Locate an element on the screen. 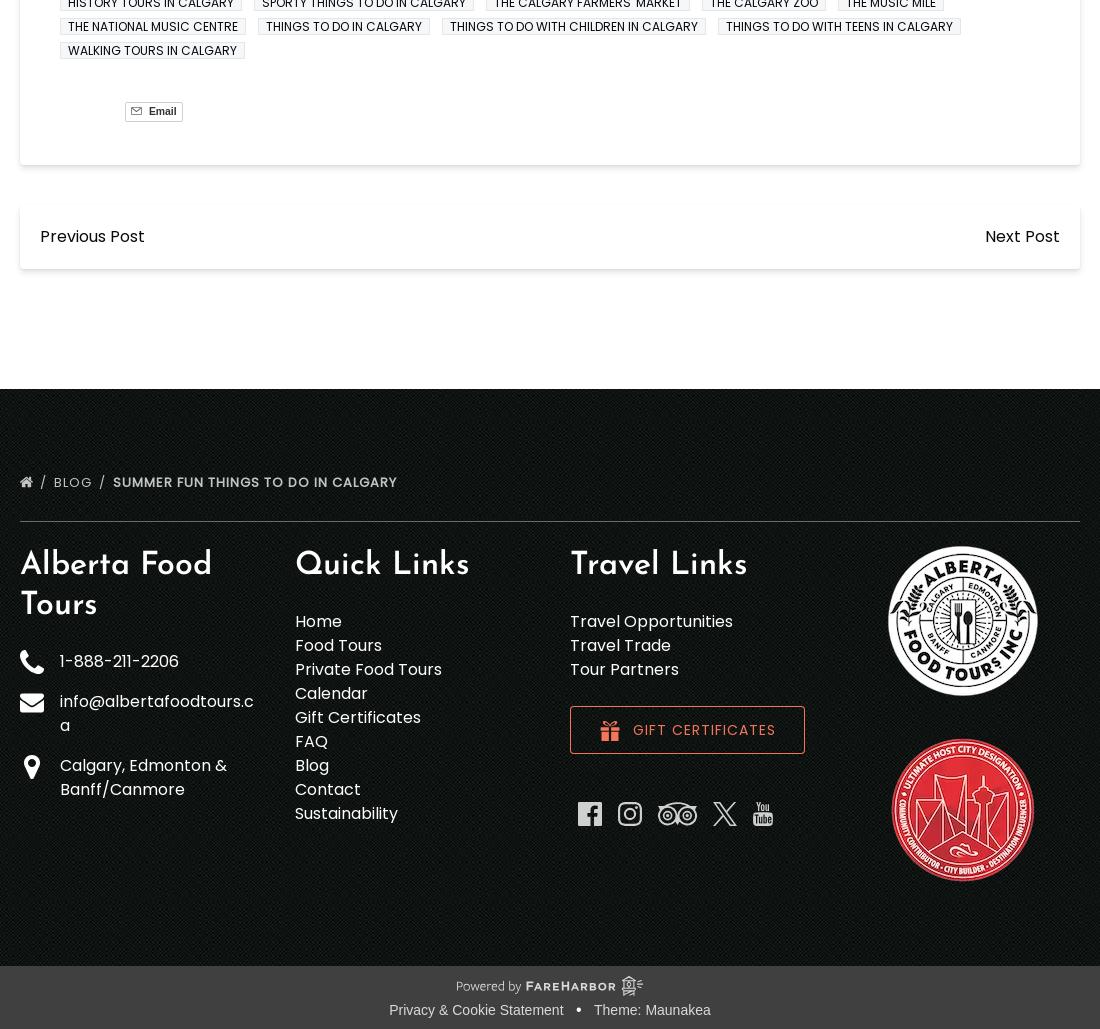 This screenshot has height=1029, width=1100. 'The National Music Centre' is located at coordinates (152, 25).